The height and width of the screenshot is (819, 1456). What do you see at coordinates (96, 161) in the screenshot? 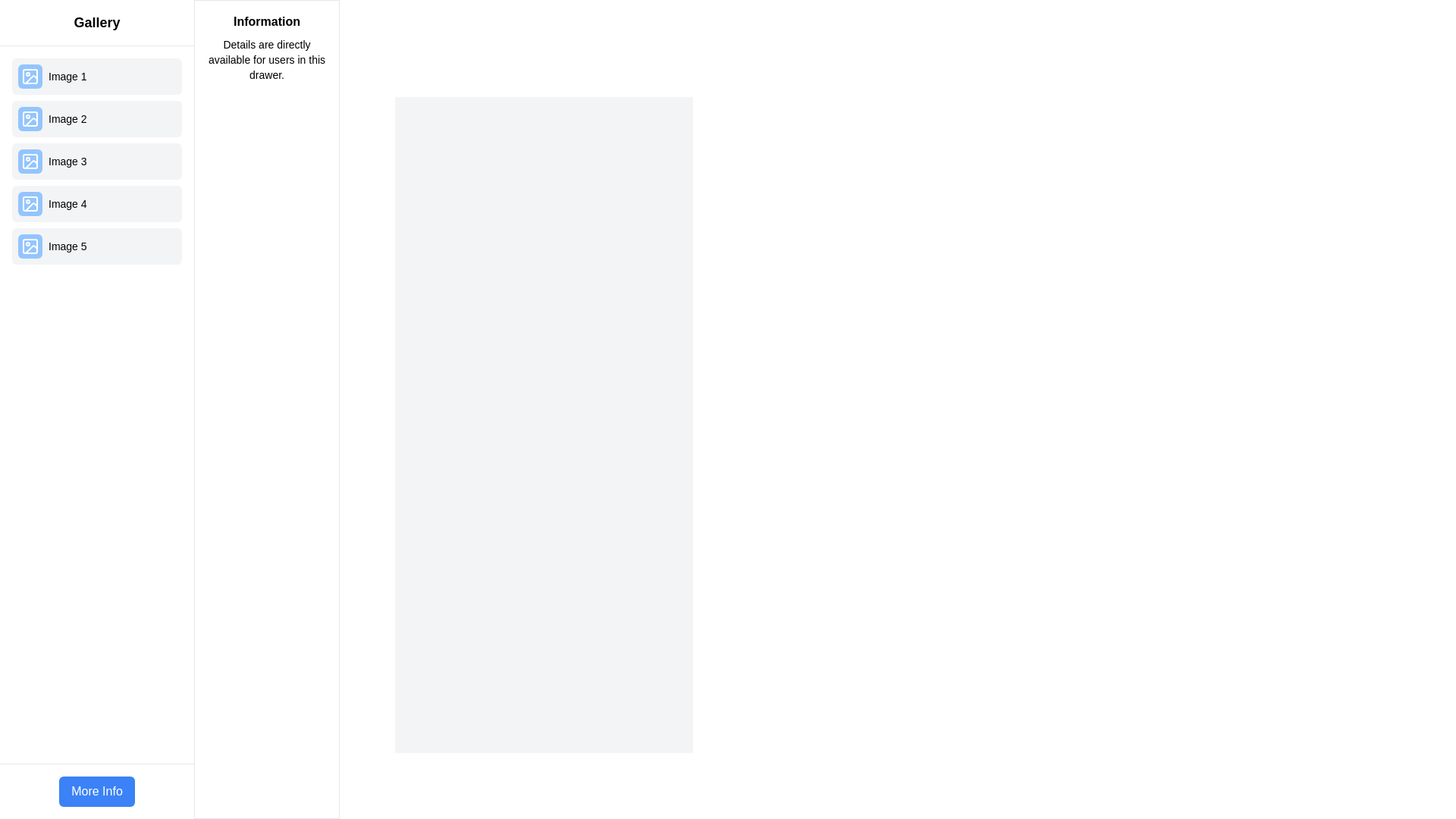
I see `the selectable list item labeled 'Image 3'` at bounding box center [96, 161].